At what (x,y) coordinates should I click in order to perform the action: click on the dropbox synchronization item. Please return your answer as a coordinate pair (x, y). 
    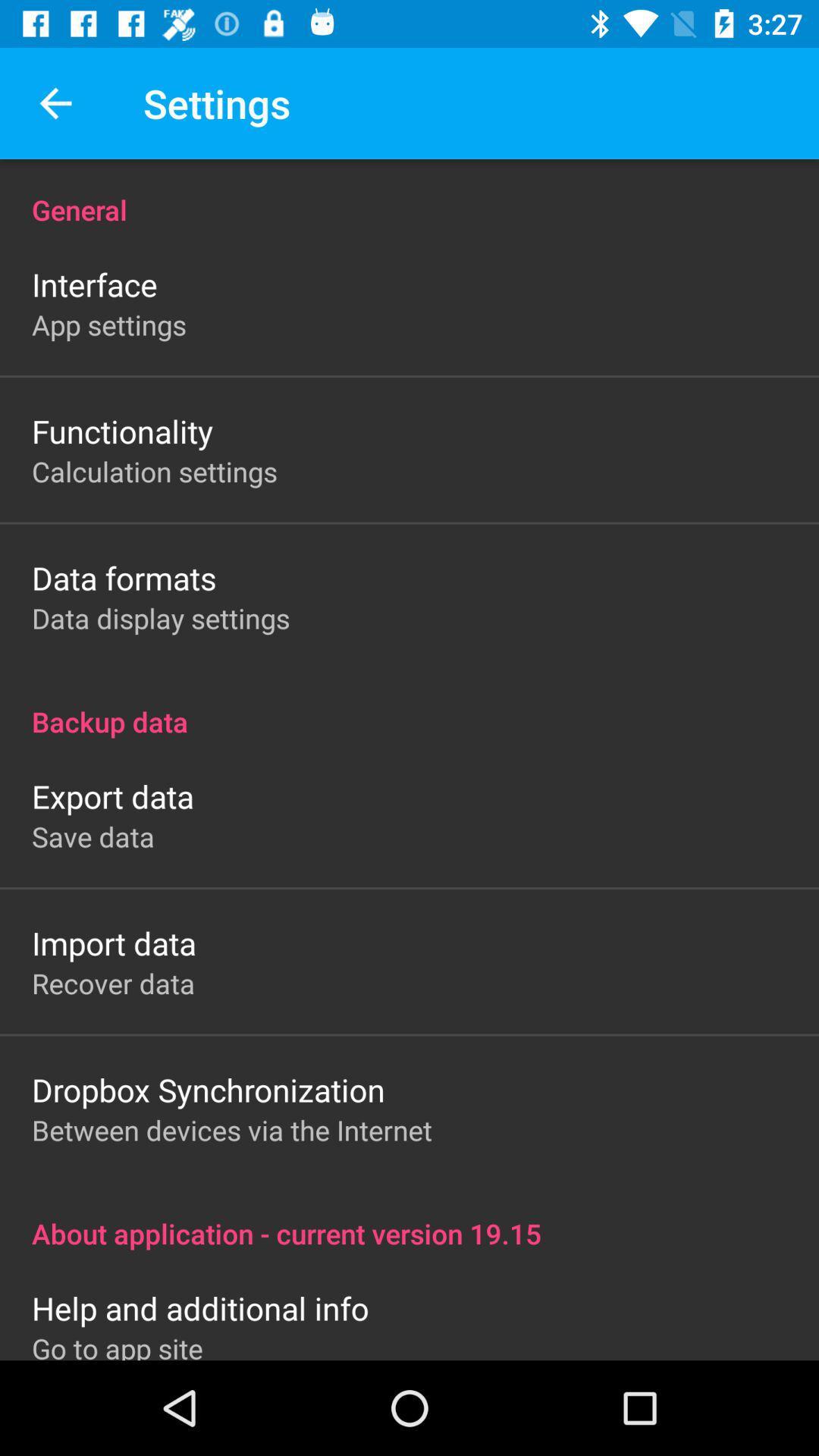
    Looking at the image, I should click on (208, 1088).